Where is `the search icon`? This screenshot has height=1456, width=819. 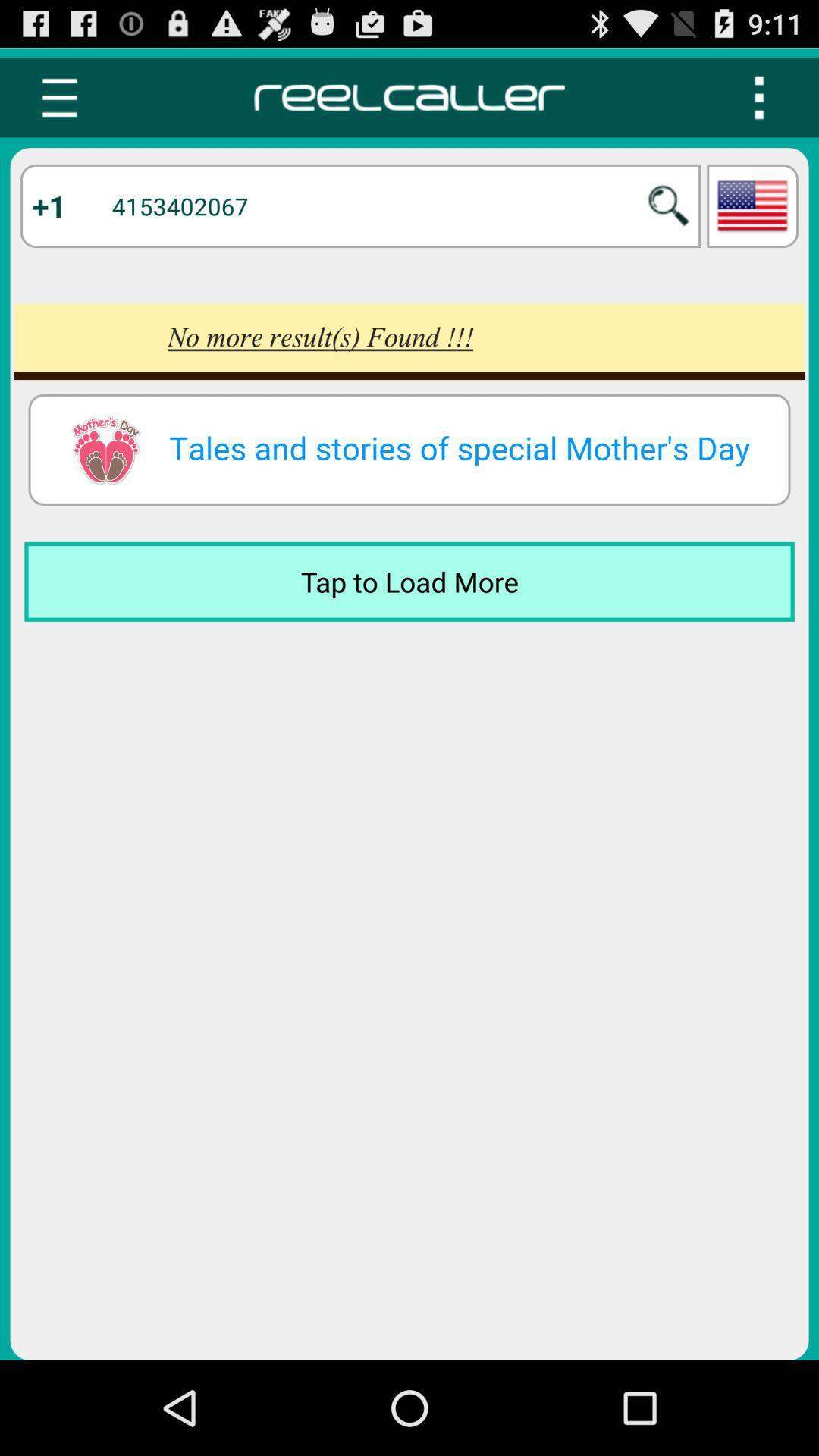 the search icon is located at coordinates (668, 219).